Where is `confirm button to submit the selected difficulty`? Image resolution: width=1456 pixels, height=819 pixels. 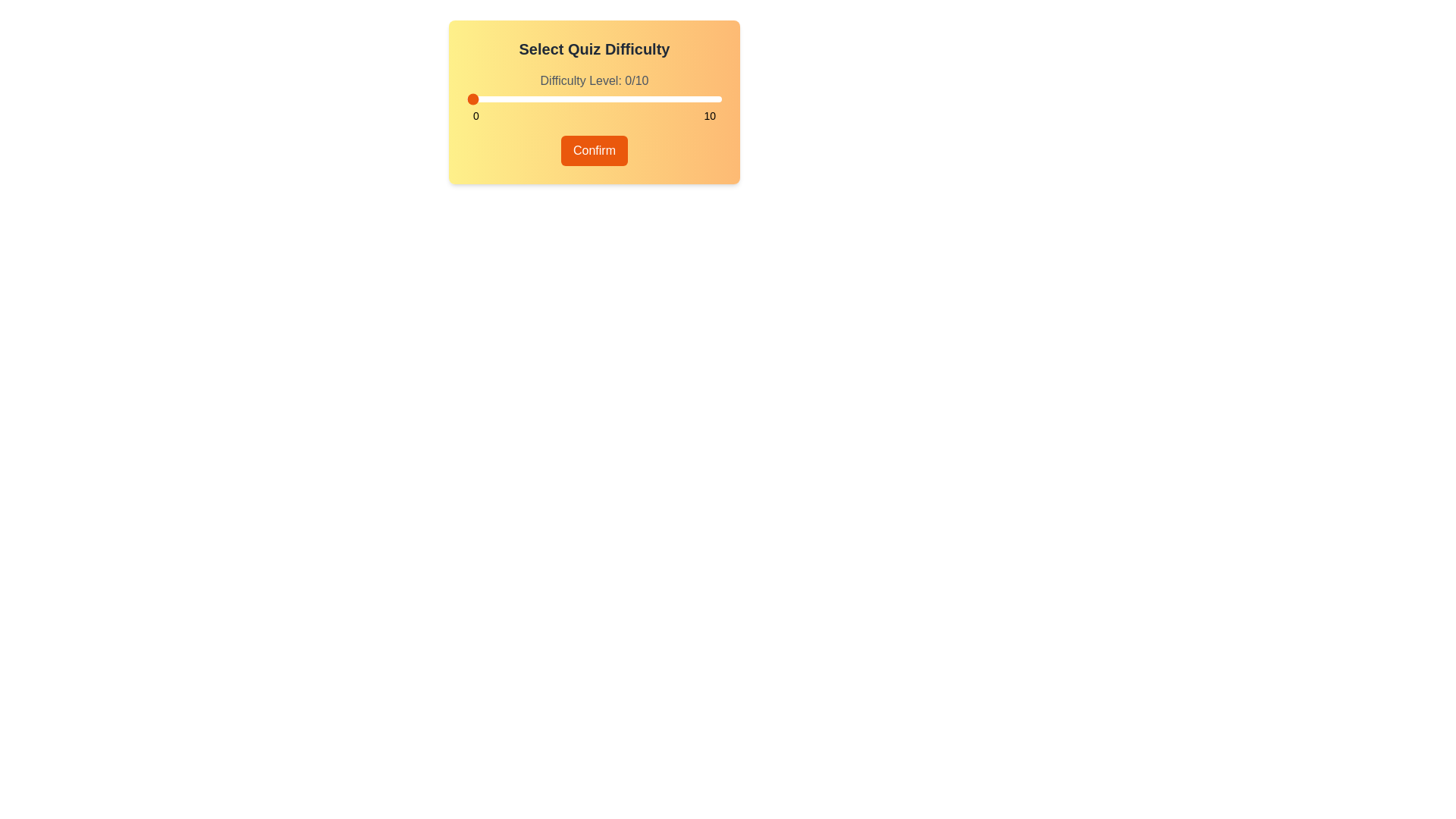
confirm button to submit the selected difficulty is located at coordinates (593, 151).